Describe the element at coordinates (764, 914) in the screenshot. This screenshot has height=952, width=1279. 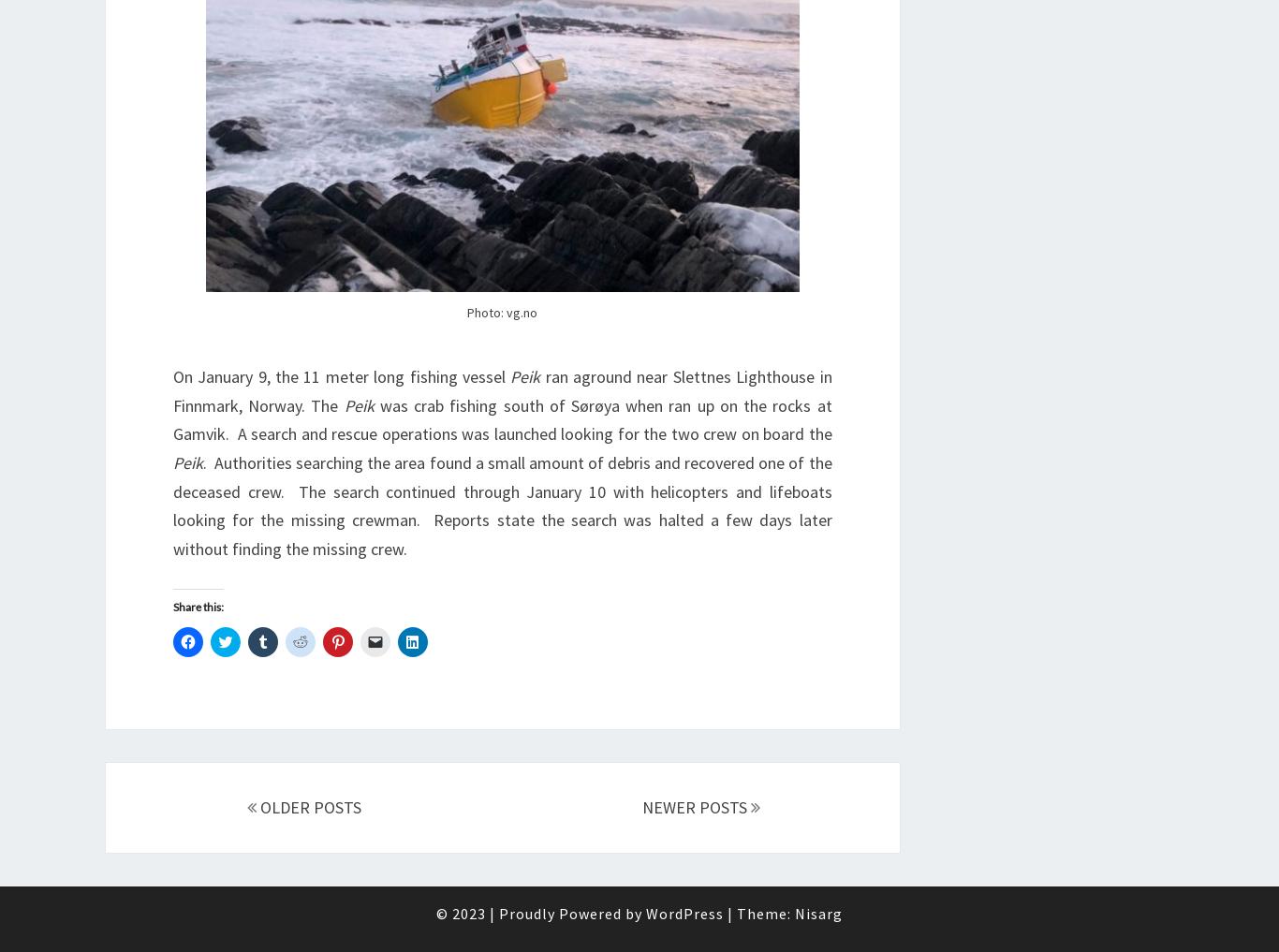
I see `'Theme:'` at that location.